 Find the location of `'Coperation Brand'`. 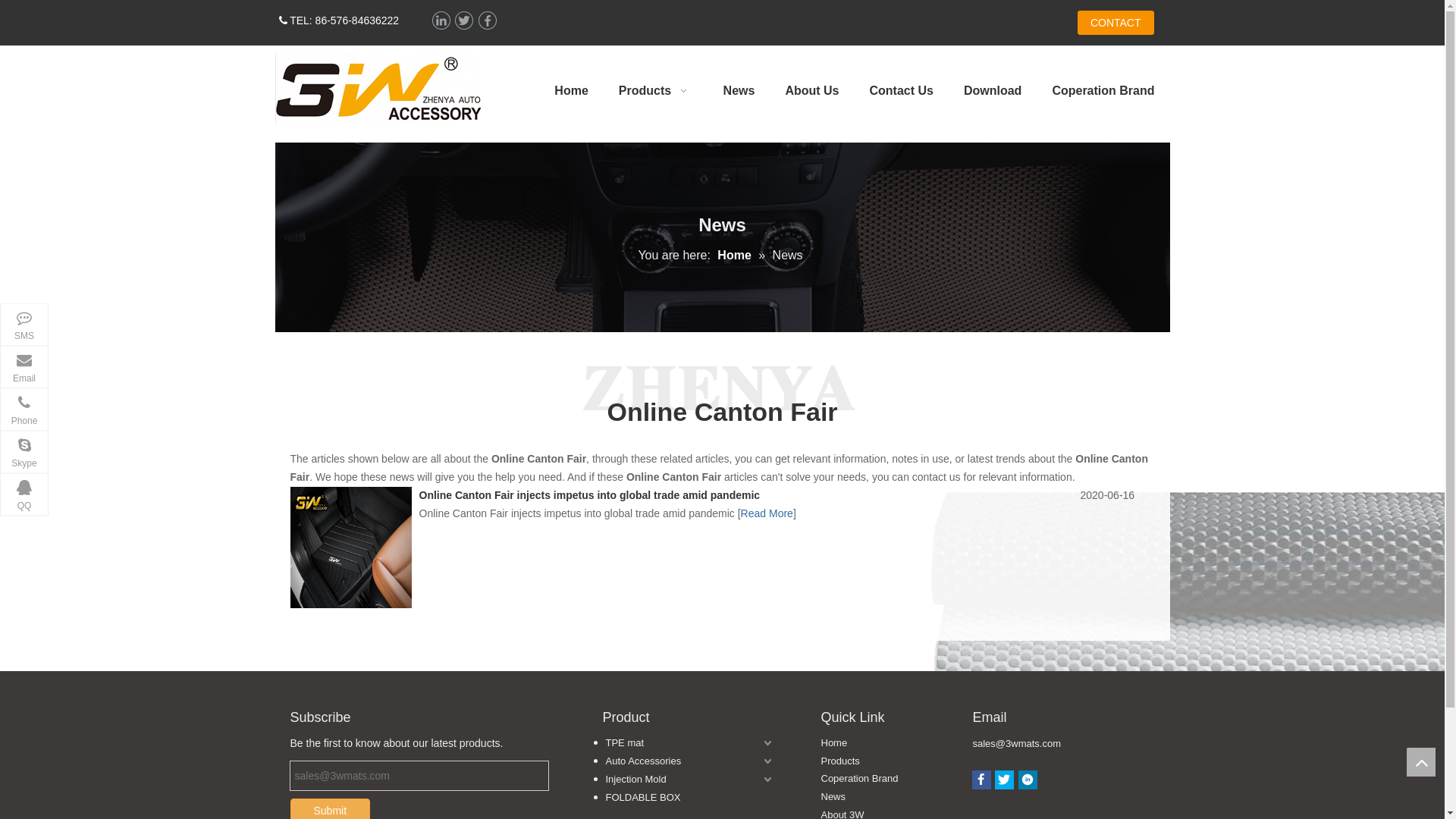

'Coperation Brand' is located at coordinates (858, 778).